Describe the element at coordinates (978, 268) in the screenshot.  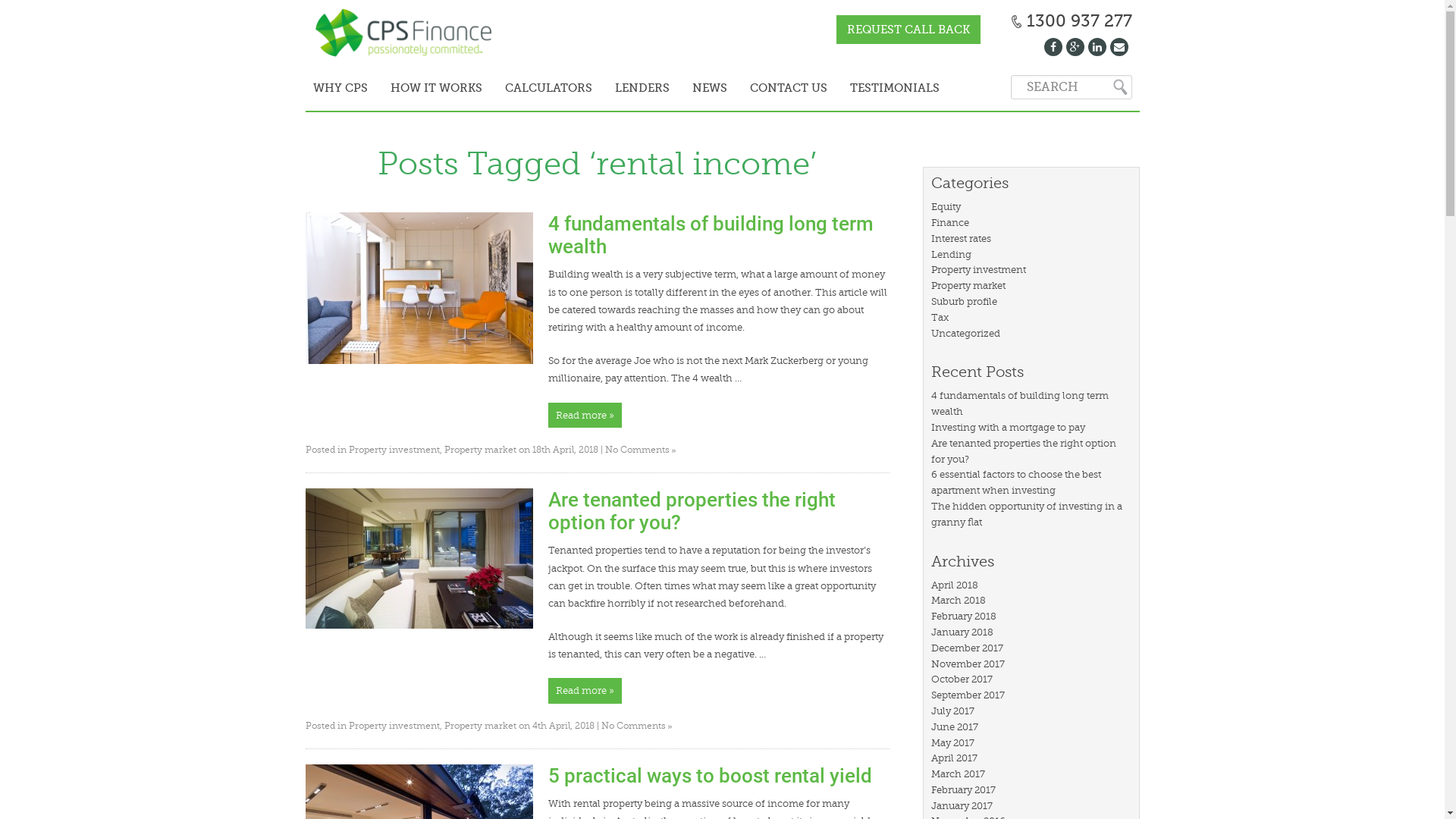
I see `'Property investment'` at that location.